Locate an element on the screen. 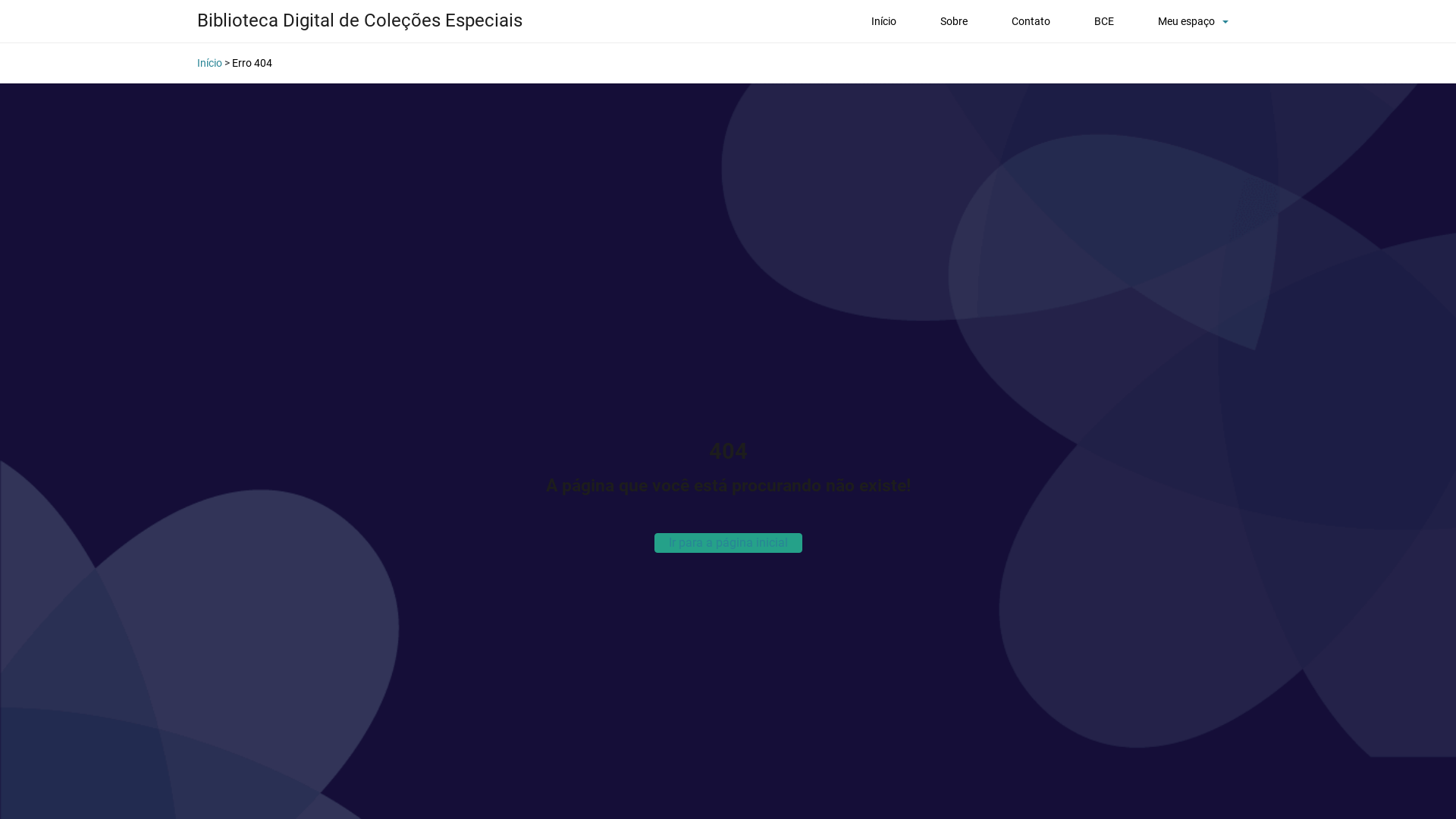 The image size is (1456, 819). 'BCE' is located at coordinates (1103, 21).